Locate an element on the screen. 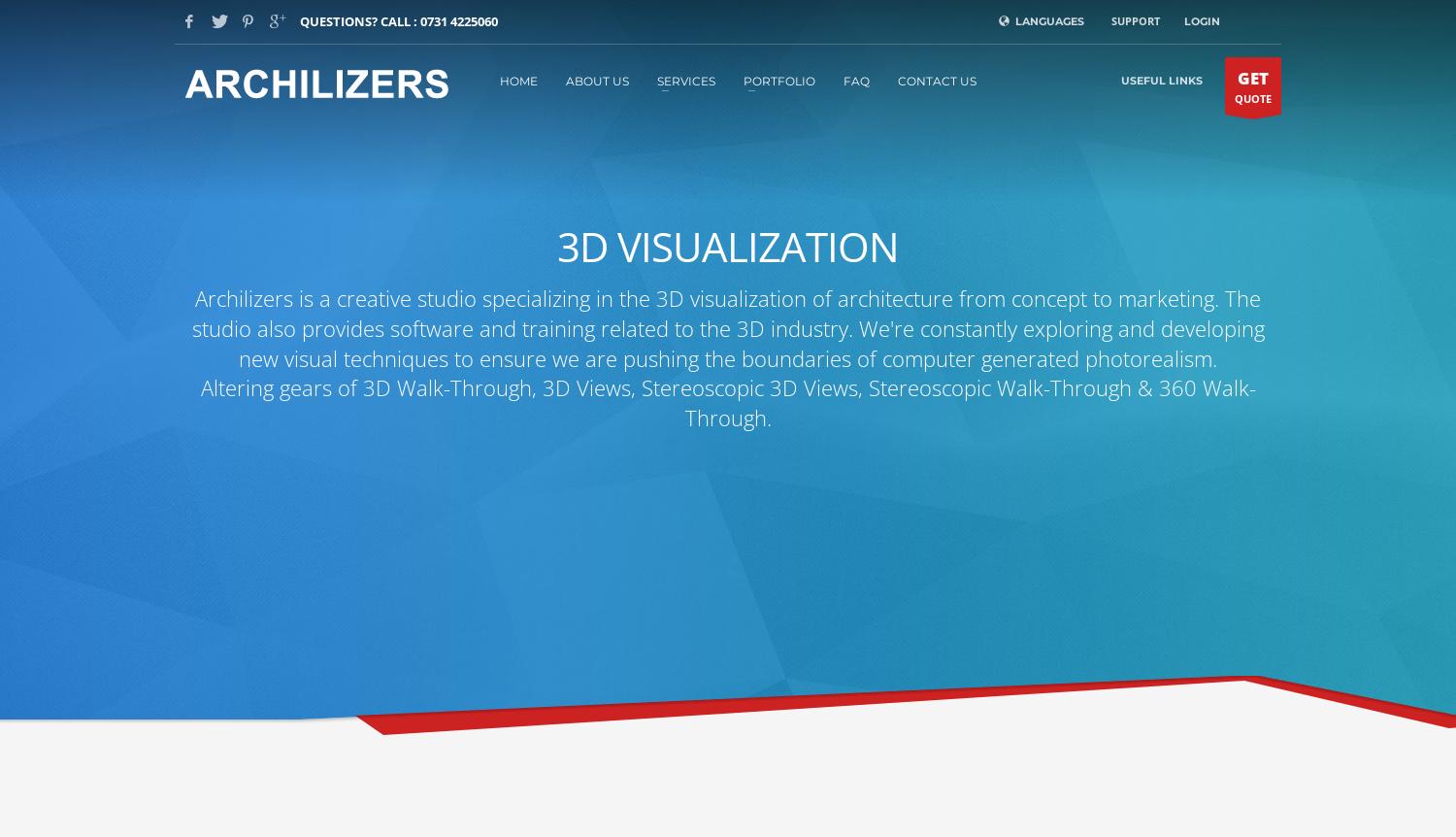 This screenshot has height=837, width=1456. '3D VISUALIZATION' is located at coordinates (728, 244).